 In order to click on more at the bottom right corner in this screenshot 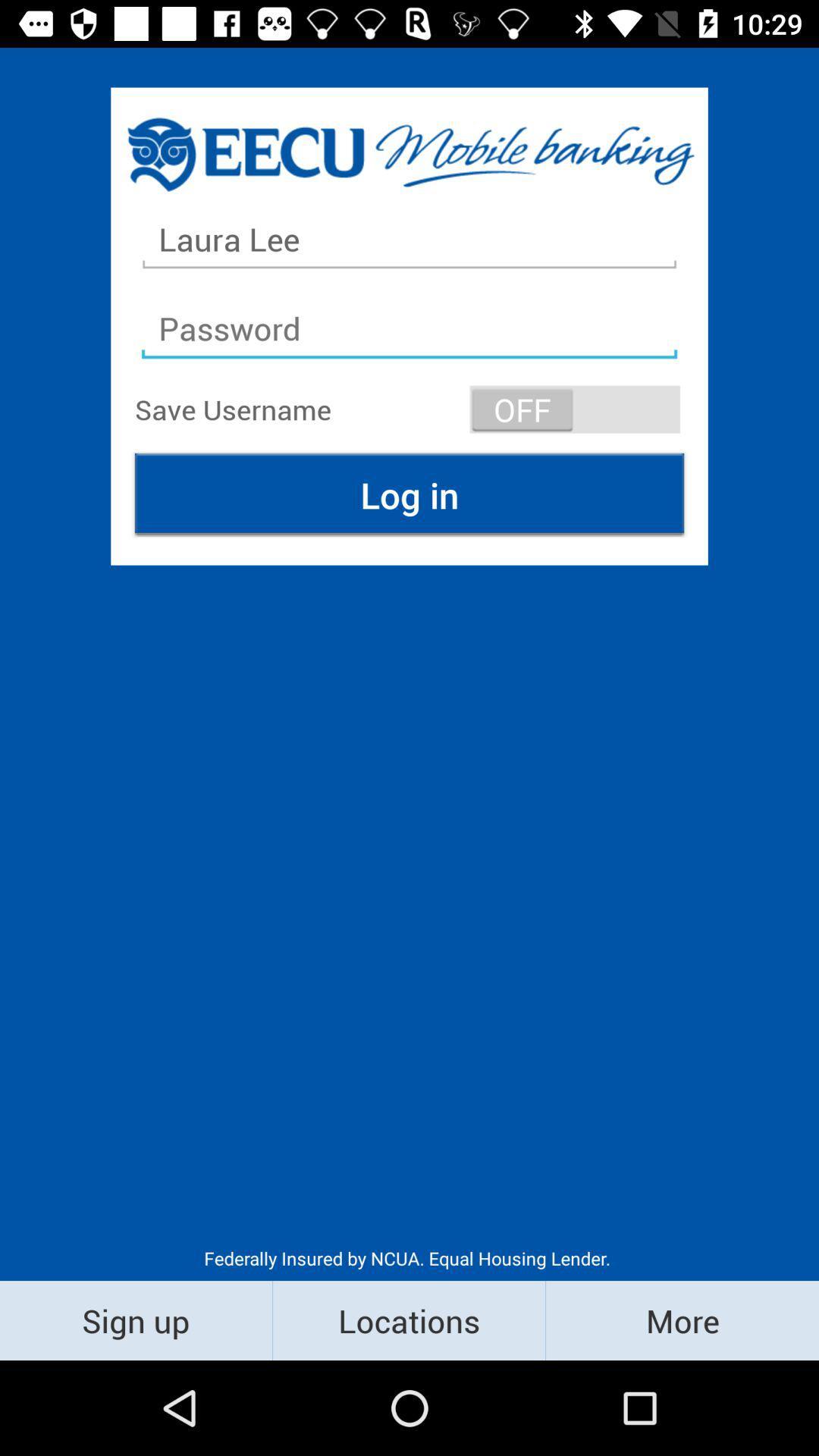, I will do `click(681, 1319)`.